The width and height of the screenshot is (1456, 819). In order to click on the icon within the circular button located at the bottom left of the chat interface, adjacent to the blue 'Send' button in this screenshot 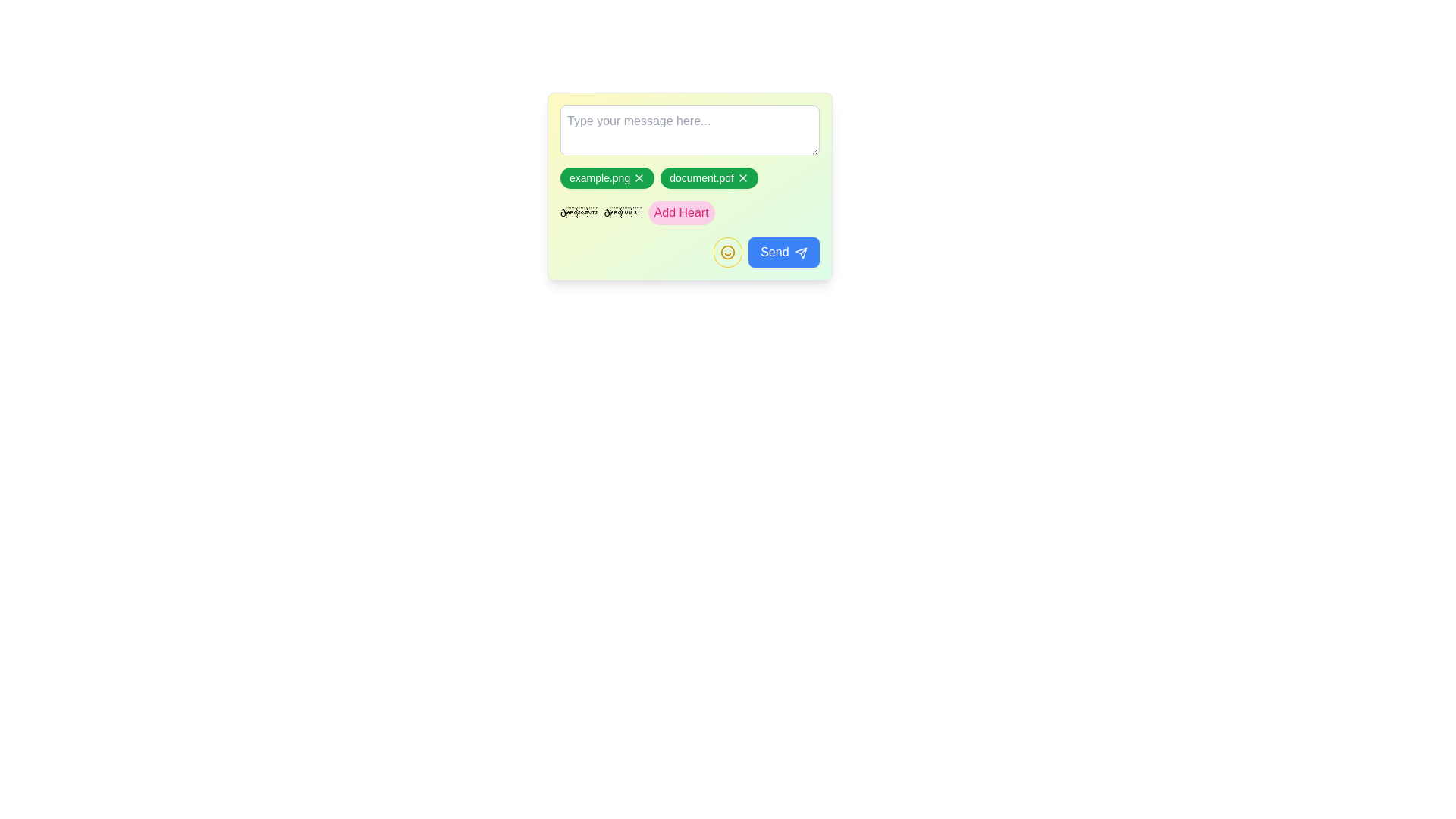, I will do `click(728, 251)`.